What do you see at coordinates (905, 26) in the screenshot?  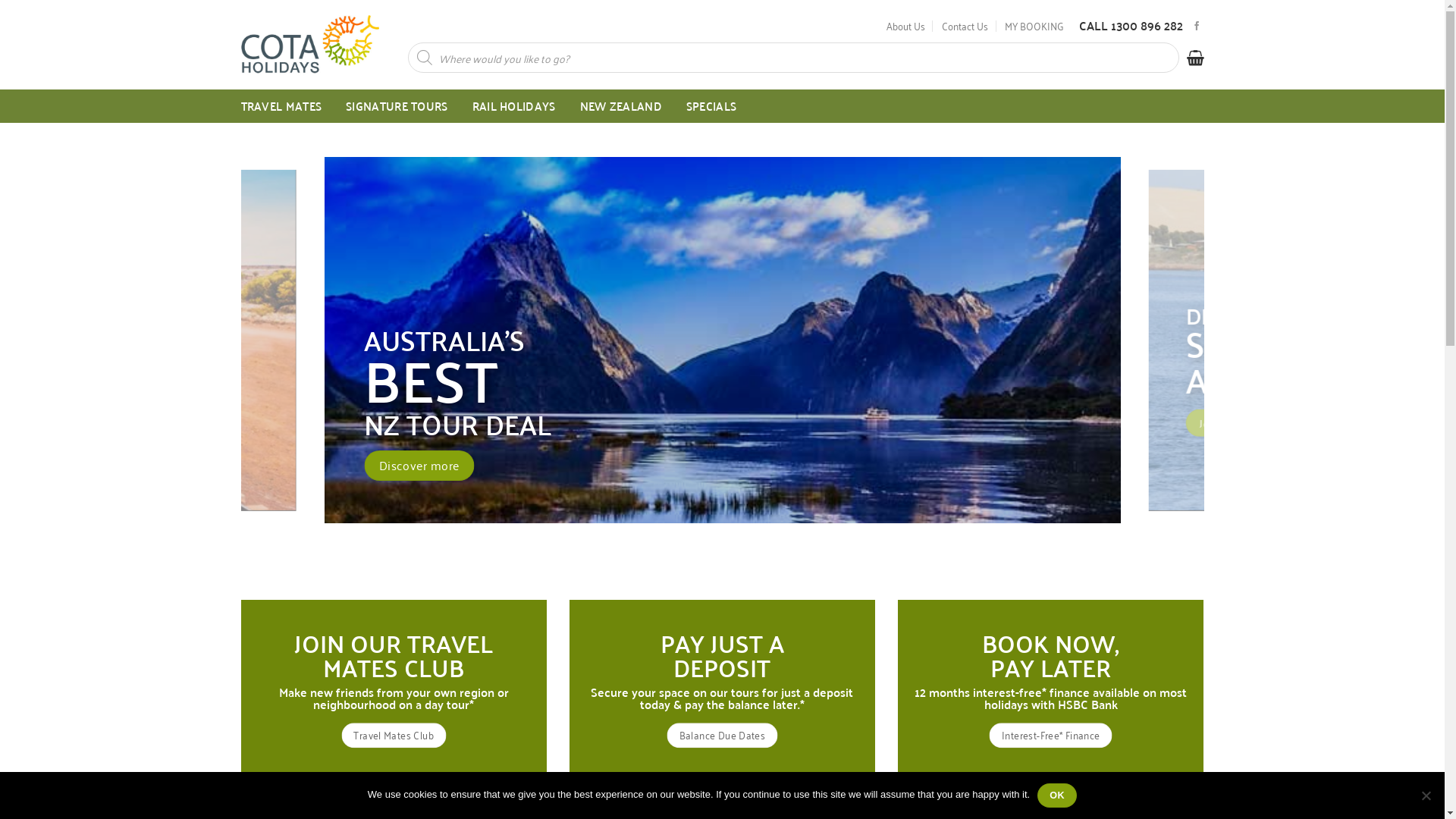 I see `'About Us'` at bounding box center [905, 26].